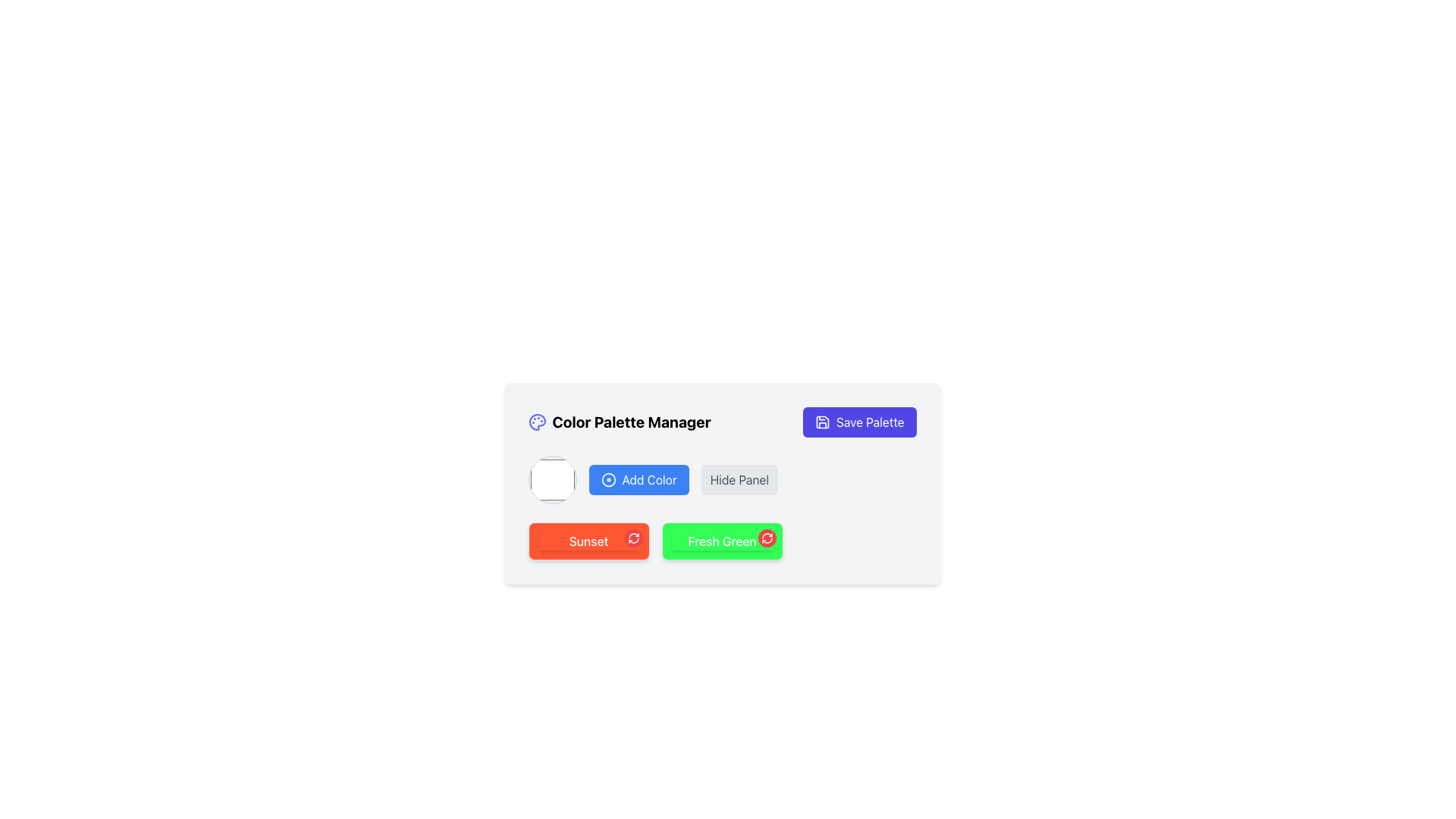 Image resolution: width=1456 pixels, height=819 pixels. Describe the element at coordinates (821, 422) in the screenshot. I see `the SVG icon representing the 'Save Palette' functionality located inside the 'Save Palette' button at the top-right corner of the interface` at that location.